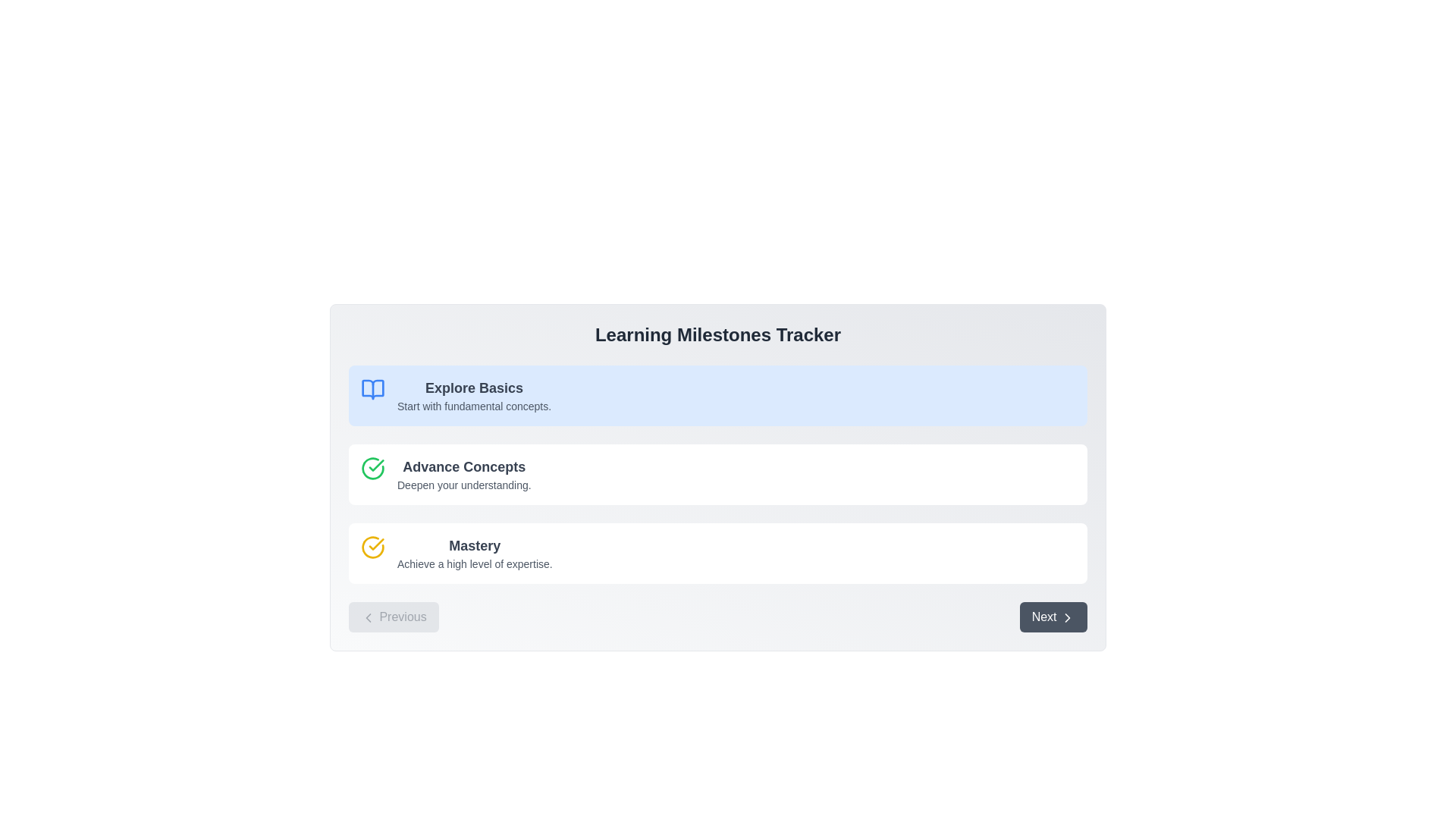 The image size is (1456, 819). What do you see at coordinates (473, 388) in the screenshot?
I see `the 'Explore Basics' text label, which is a bold, large gray font element centrally aligned at the top of its section` at bounding box center [473, 388].